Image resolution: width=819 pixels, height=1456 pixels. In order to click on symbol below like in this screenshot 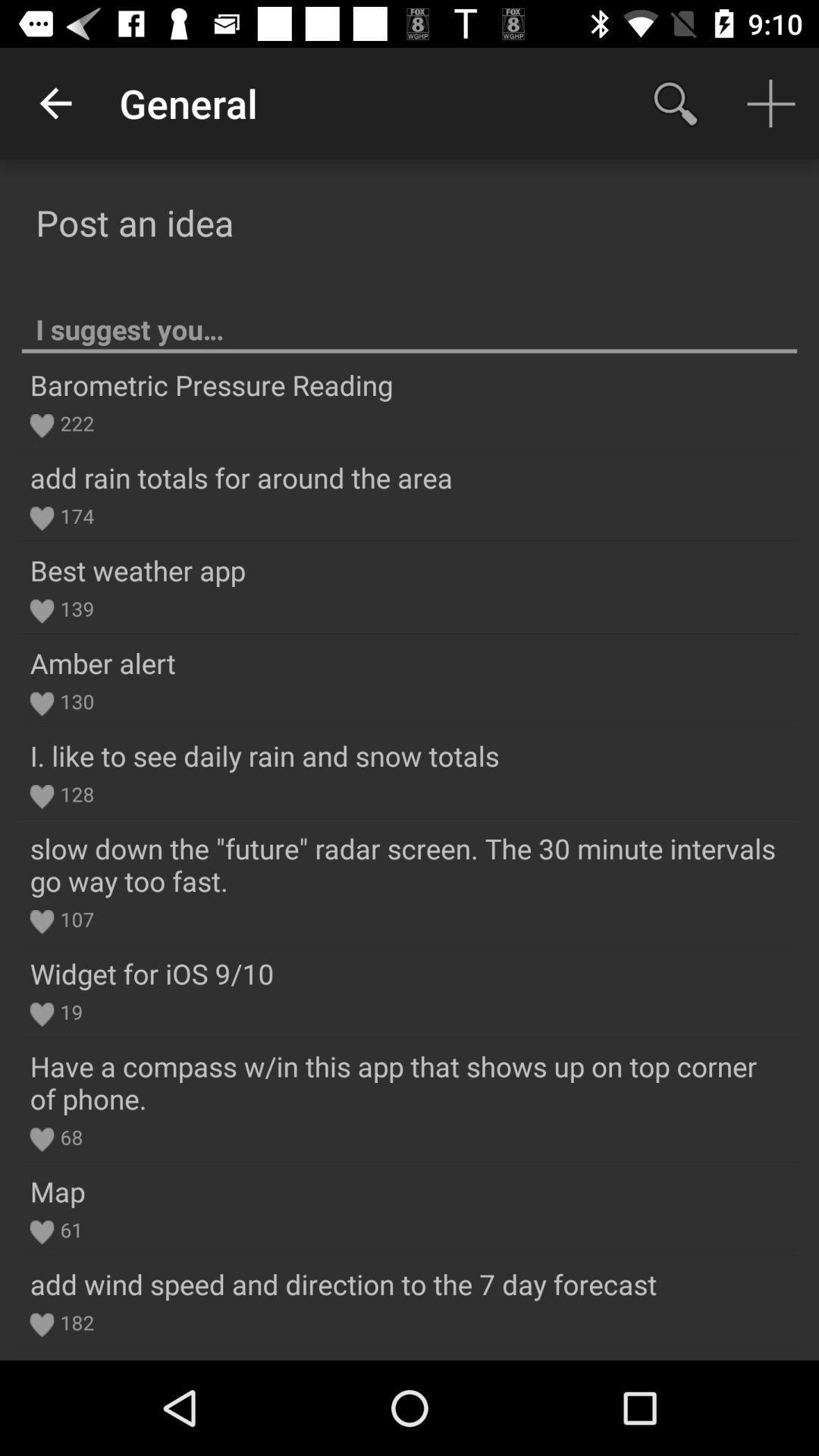, I will do `click(41, 796)`.